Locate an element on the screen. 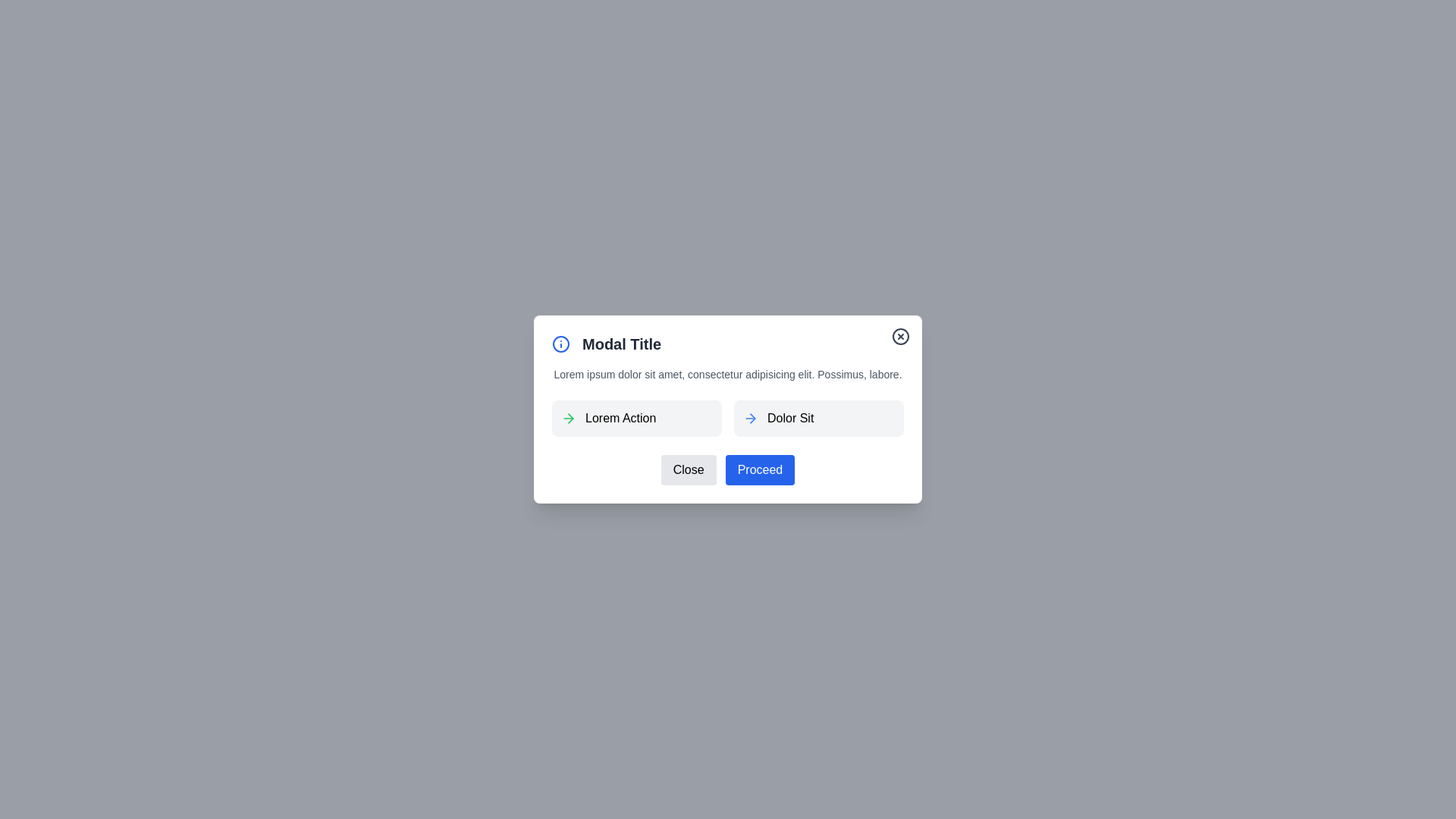 The image size is (1456, 819). the circular close button element located at the top-right corner of the modal window is located at coordinates (901, 335).